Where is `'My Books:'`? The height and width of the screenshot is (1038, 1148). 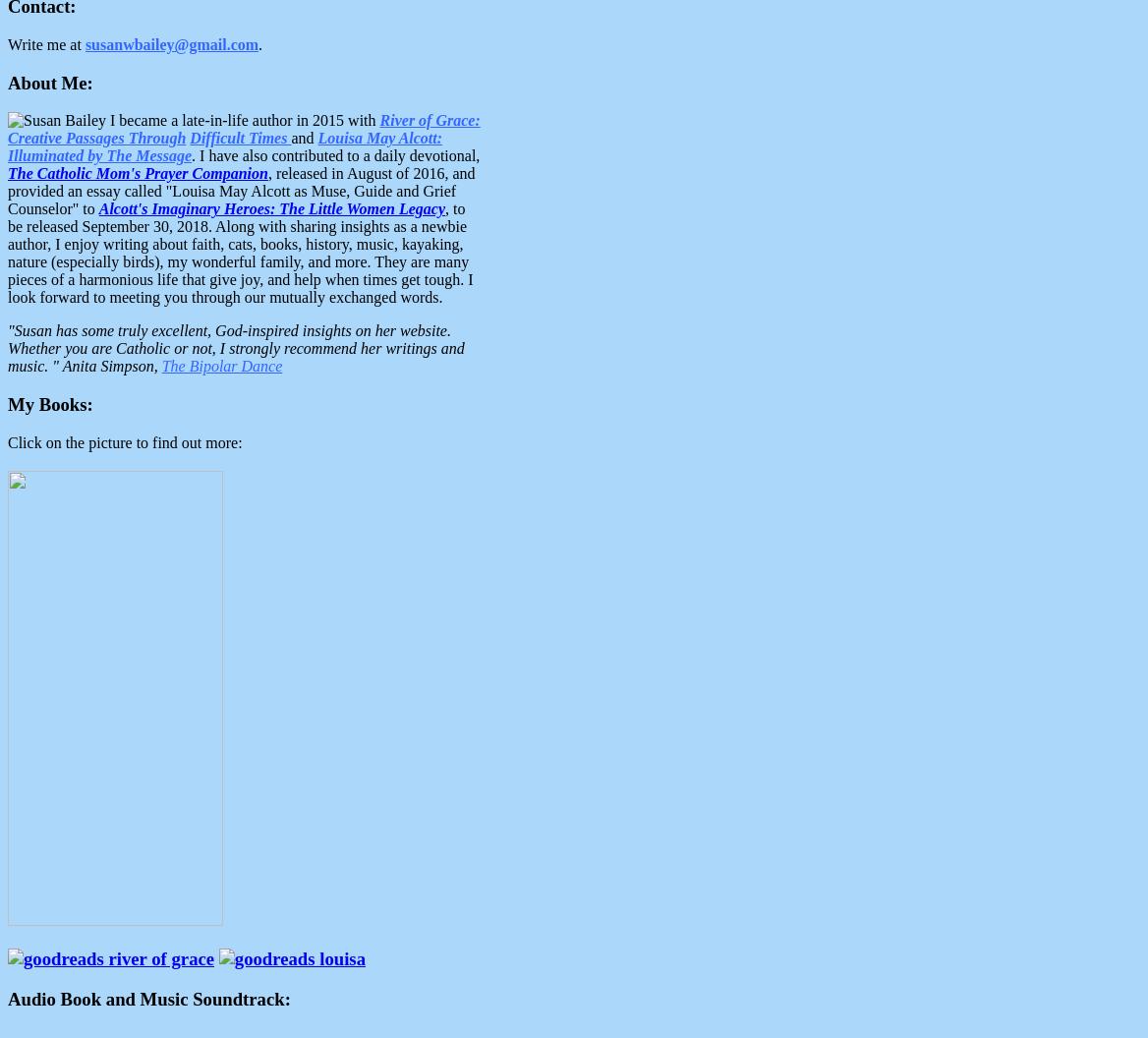
'My Books:' is located at coordinates (50, 404).